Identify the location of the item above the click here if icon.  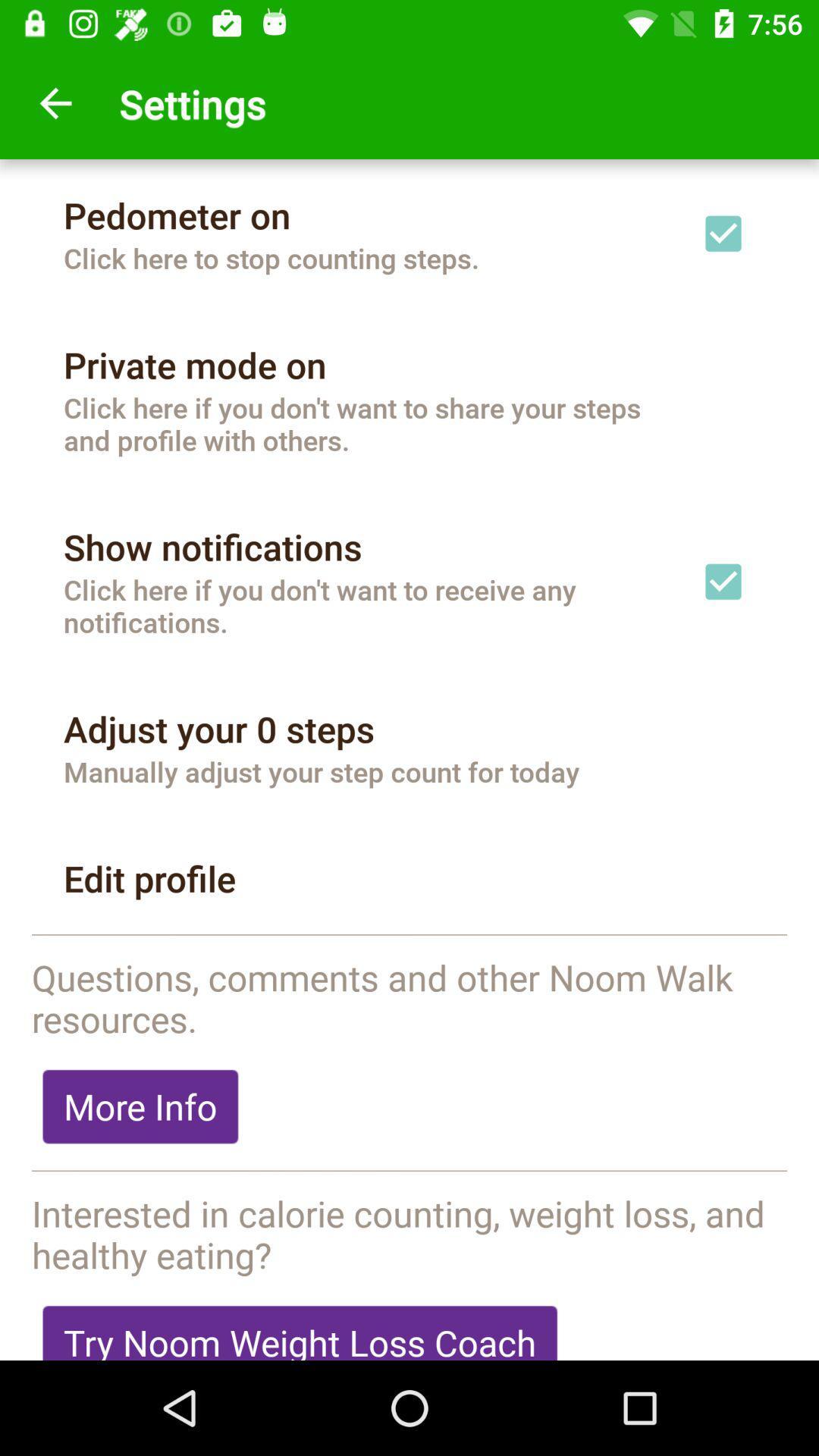
(194, 365).